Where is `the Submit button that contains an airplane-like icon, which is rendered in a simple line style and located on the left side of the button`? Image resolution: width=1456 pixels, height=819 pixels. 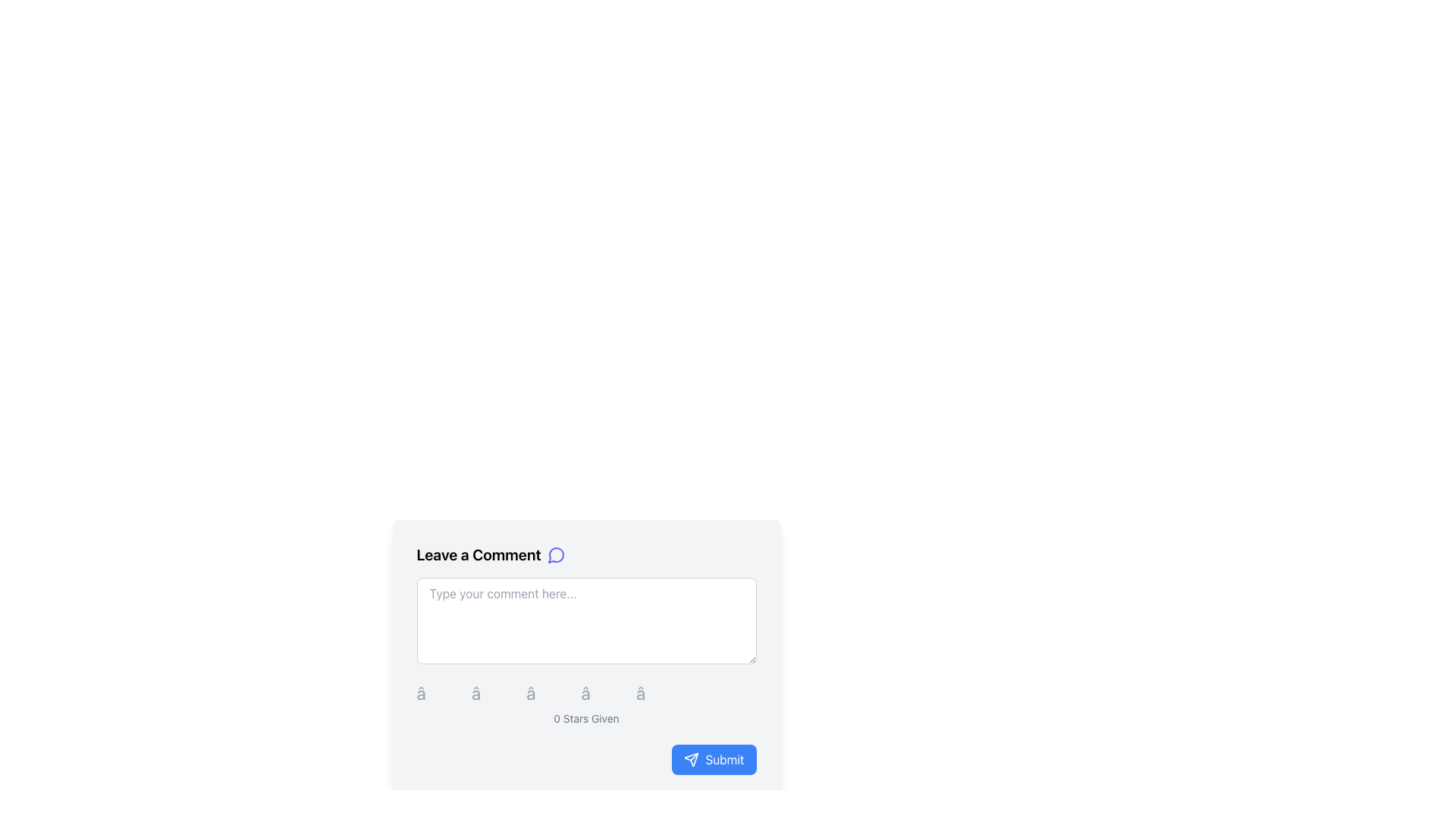
the Submit button that contains an airplane-like icon, which is rendered in a simple line style and located on the left side of the button is located at coordinates (691, 760).